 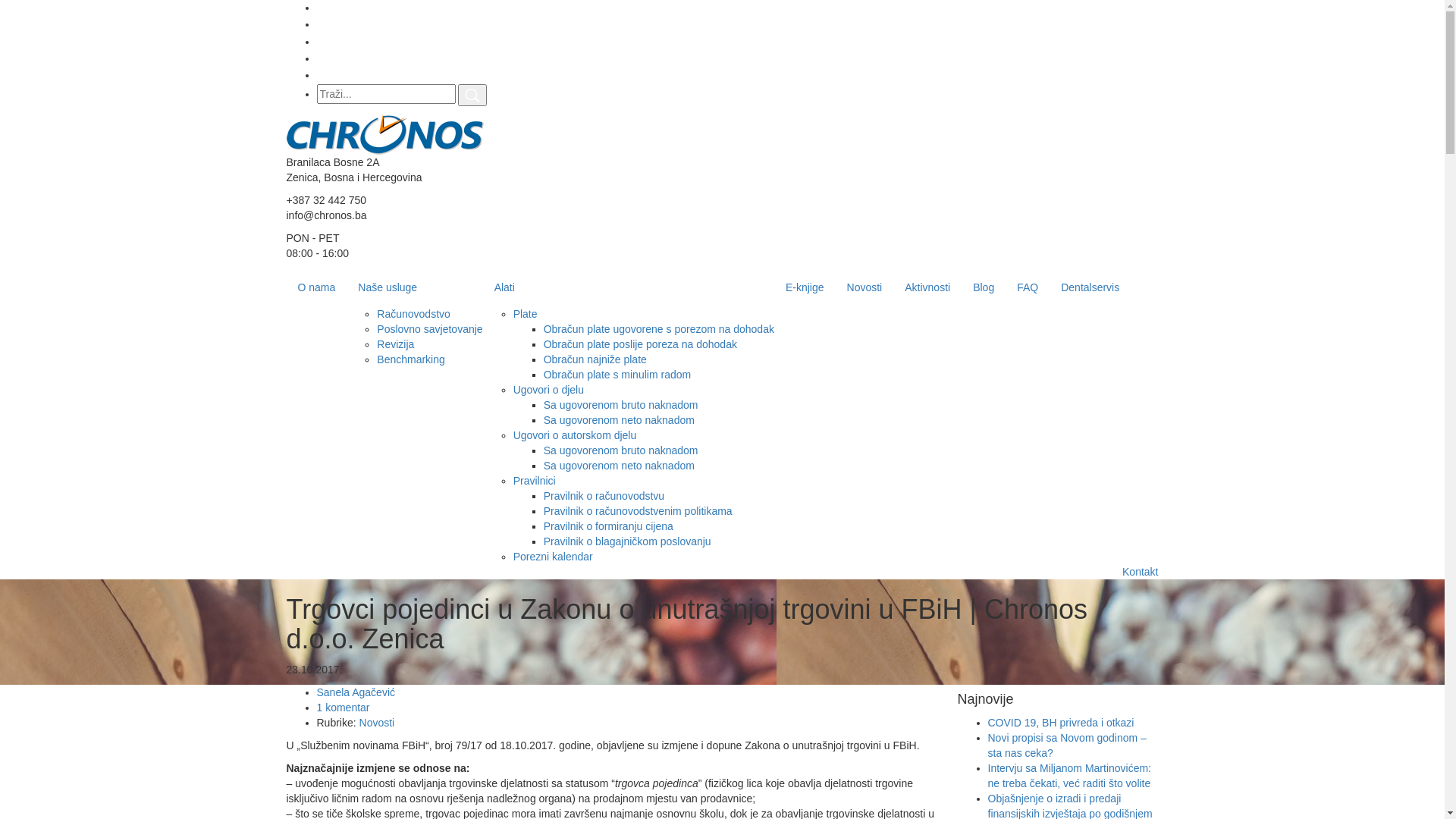 What do you see at coordinates (513, 388) in the screenshot?
I see `'Ugovori o djelu'` at bounding box center [513, 388].